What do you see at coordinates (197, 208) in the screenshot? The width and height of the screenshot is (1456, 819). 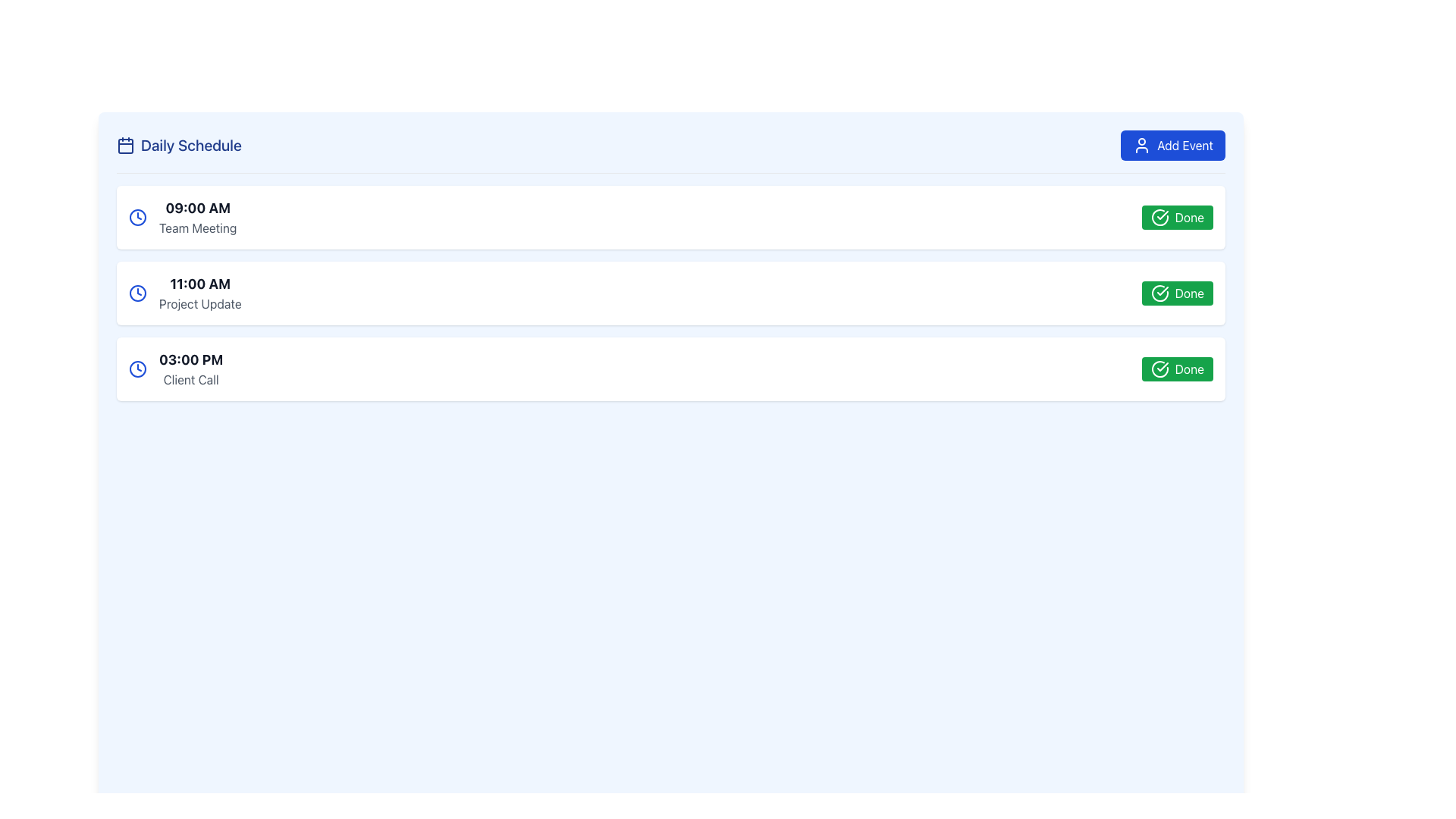 I see `the time text for the 'Team Meeting' event` at bounding box center [197, 208].